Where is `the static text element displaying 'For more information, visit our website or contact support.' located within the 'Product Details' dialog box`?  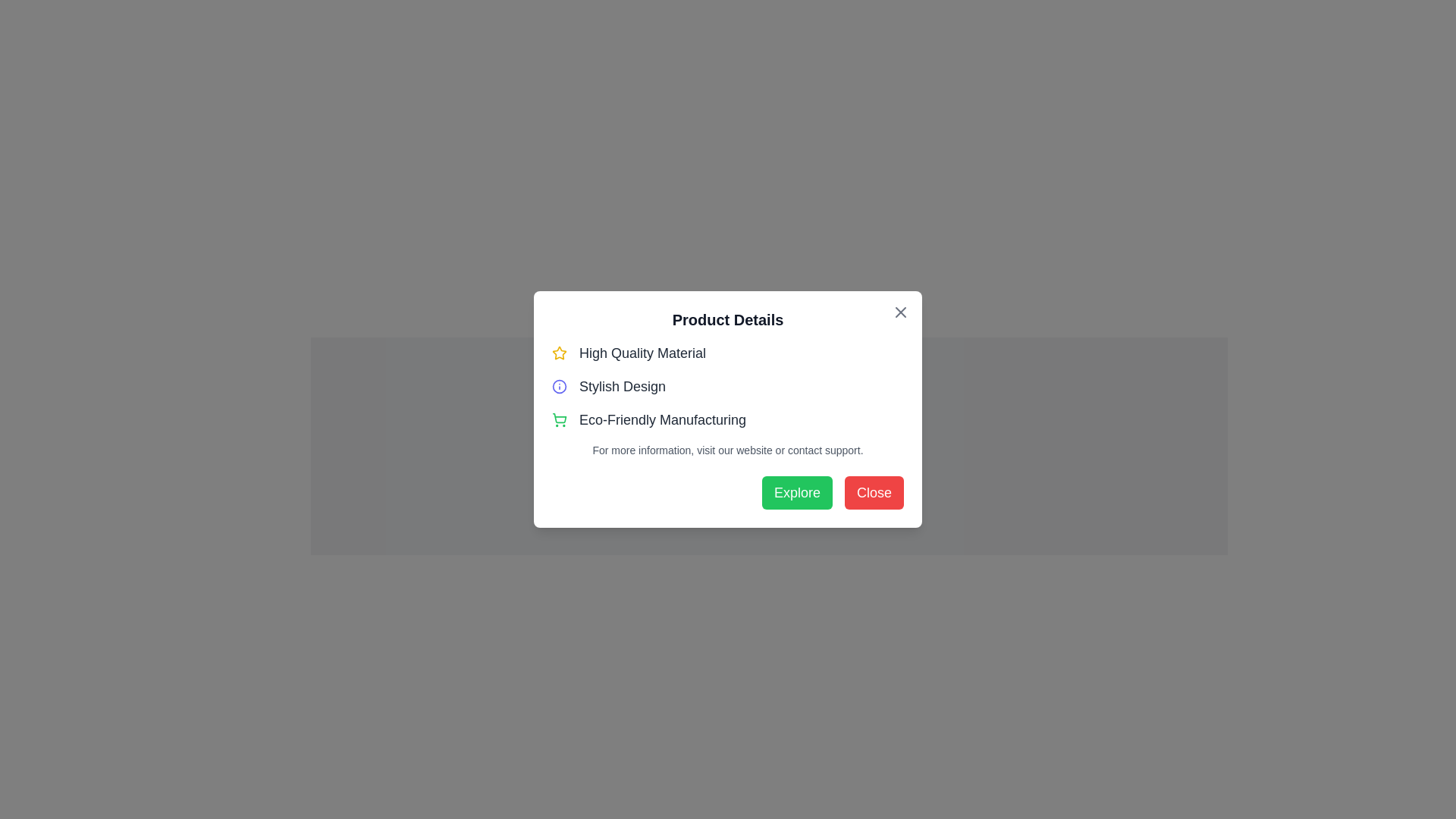 the static text element displaying 'For more information, visit our website or contact support.' located within the 'Product Details' dialog box is located at coordinates (728, 450).